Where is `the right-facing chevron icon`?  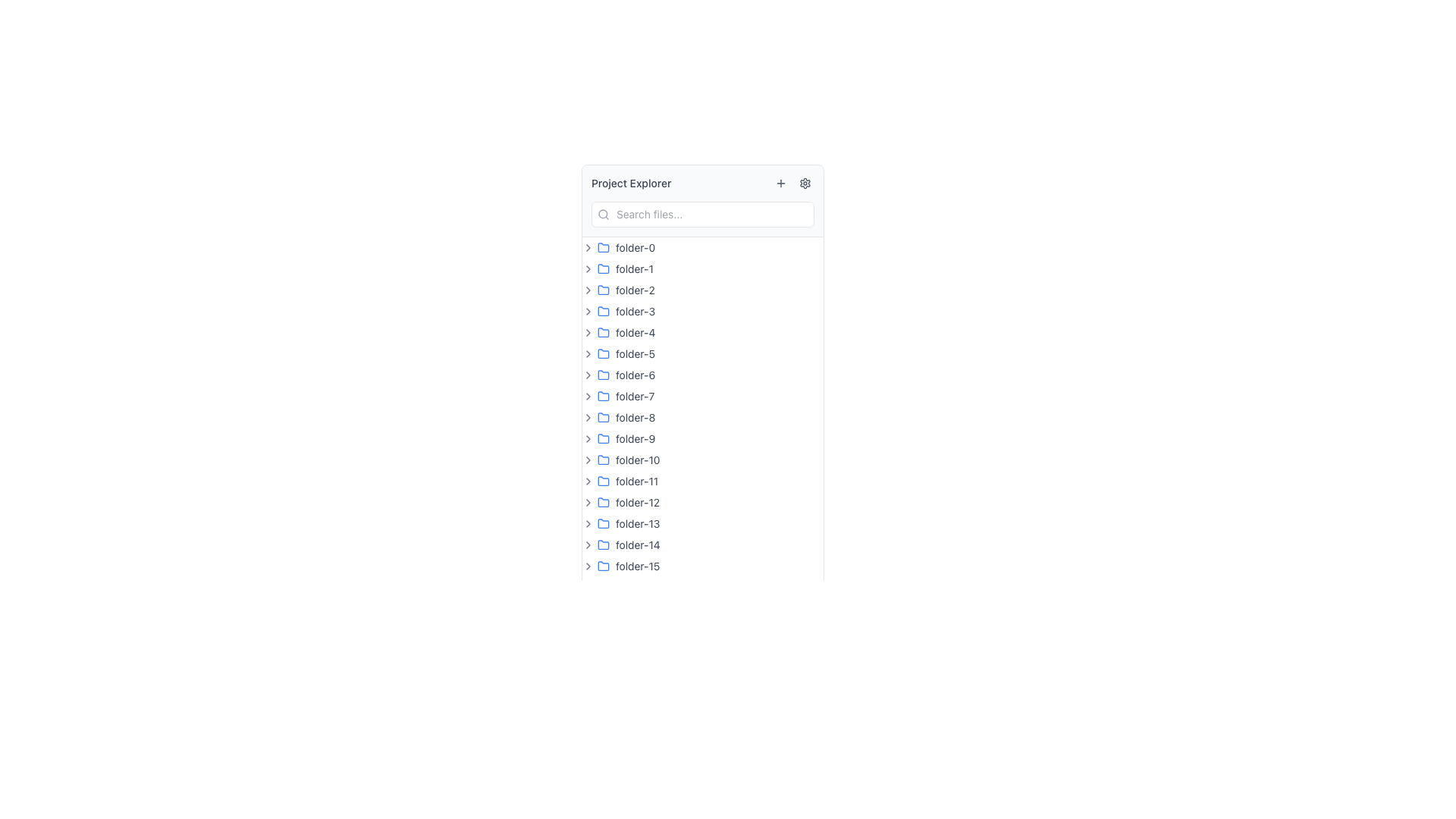
the right-facing chevron icon is located at coordinates (588, 311).